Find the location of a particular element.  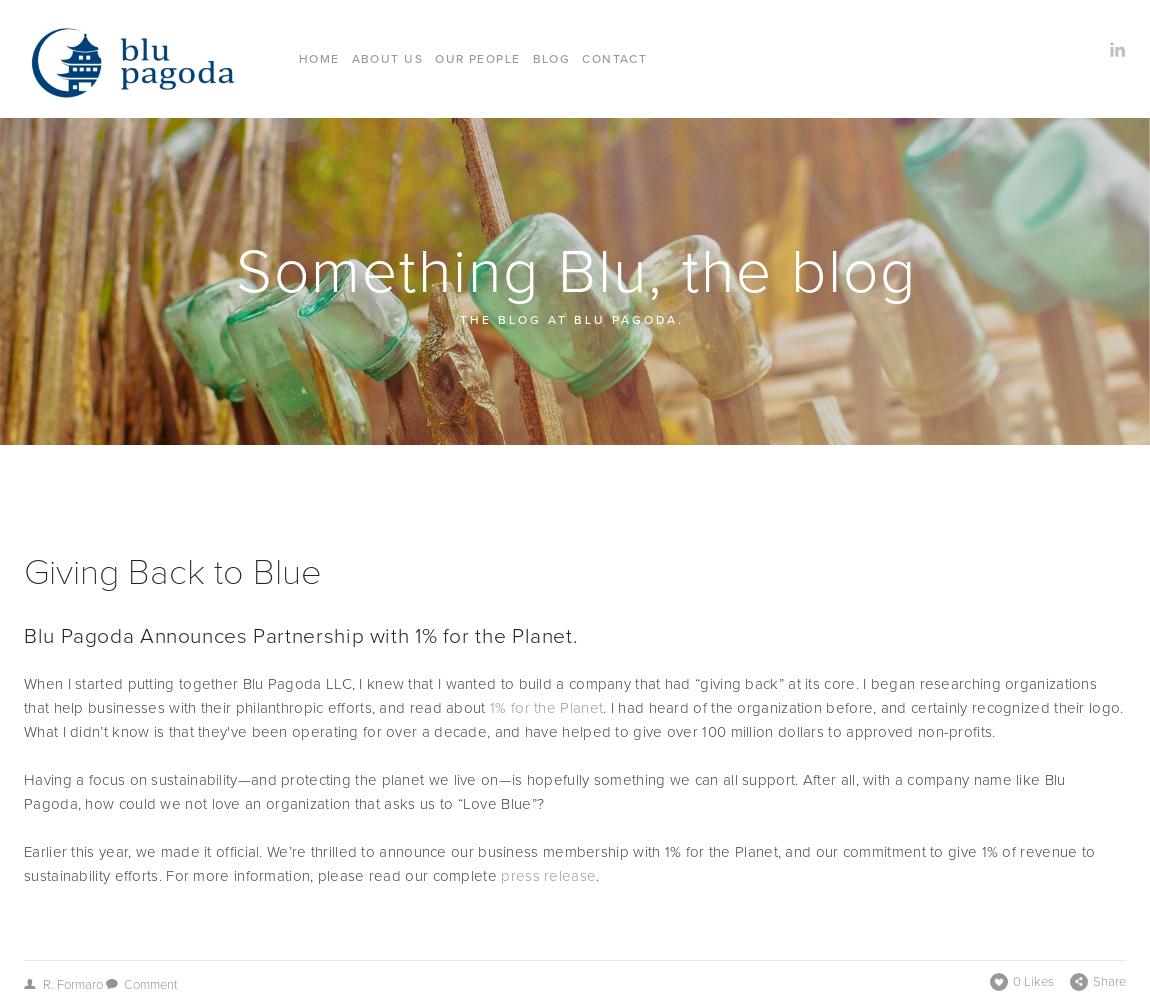

'Earlier this year, we made it official. We’re thrilled to announce our business membership with 1% for the Planet, and our commitment to give 1% of revenue to sustainability efforts. For more information, please read our complete' is located at coordinates (561, 862).